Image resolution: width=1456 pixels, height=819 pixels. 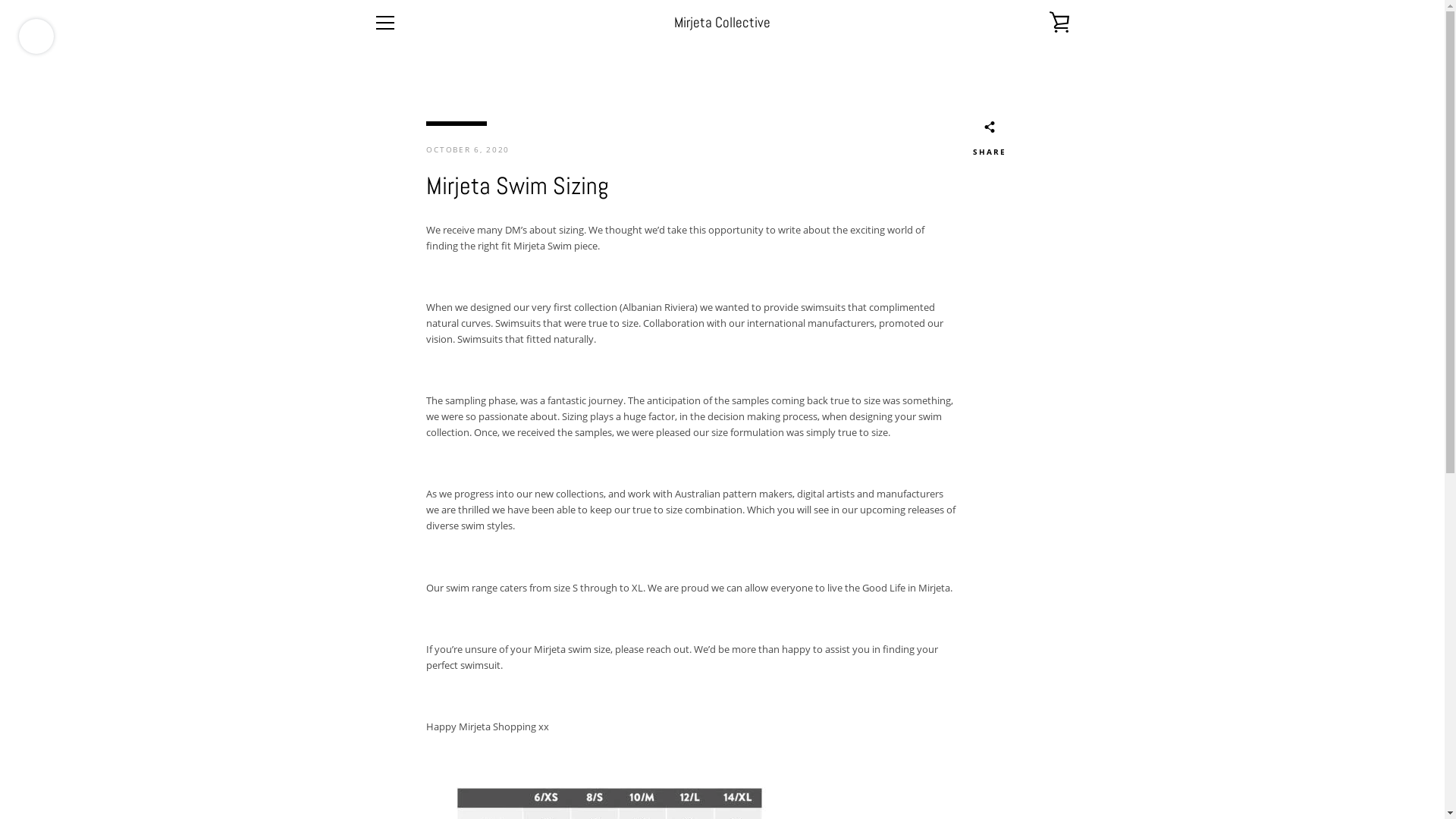 I want to click on 'SHARE', so click(x=971, y=140).